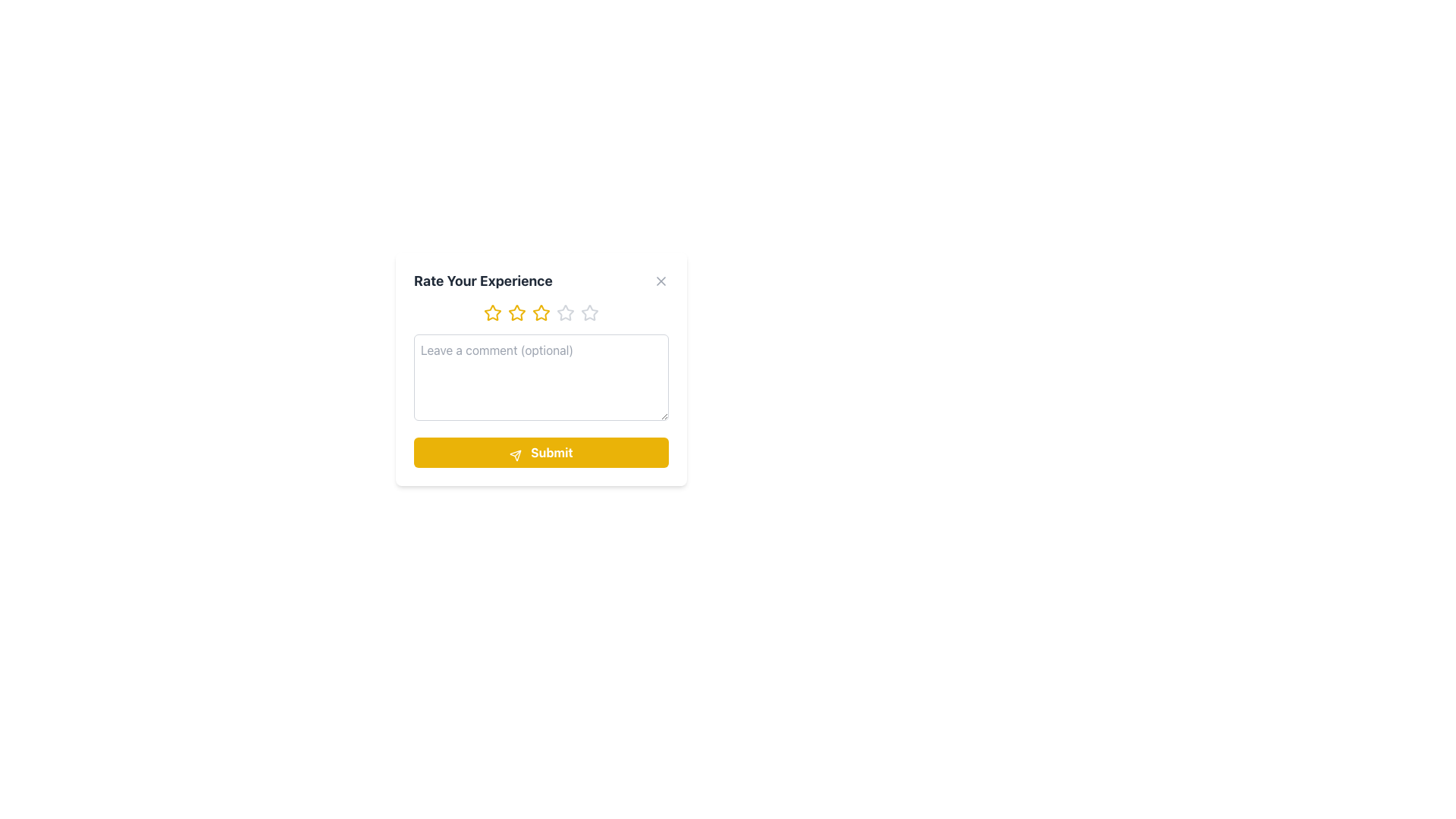  Describe the element at coordinates (516, 455) in the screenshot. I see `the 'send' icon within the 'Submit' button in the 'Rate Your Experience' dialog box` at that location.